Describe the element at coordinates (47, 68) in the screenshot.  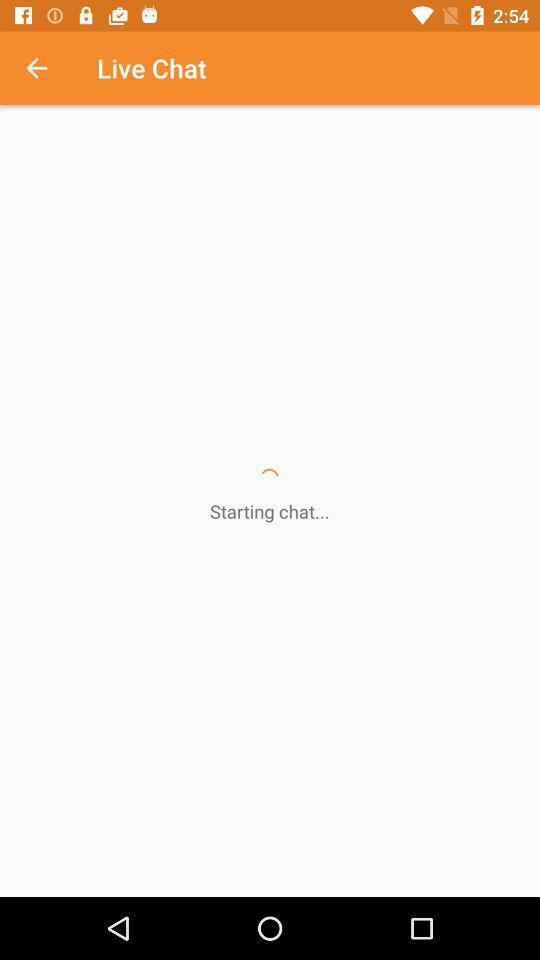
I see `previous` at that location.